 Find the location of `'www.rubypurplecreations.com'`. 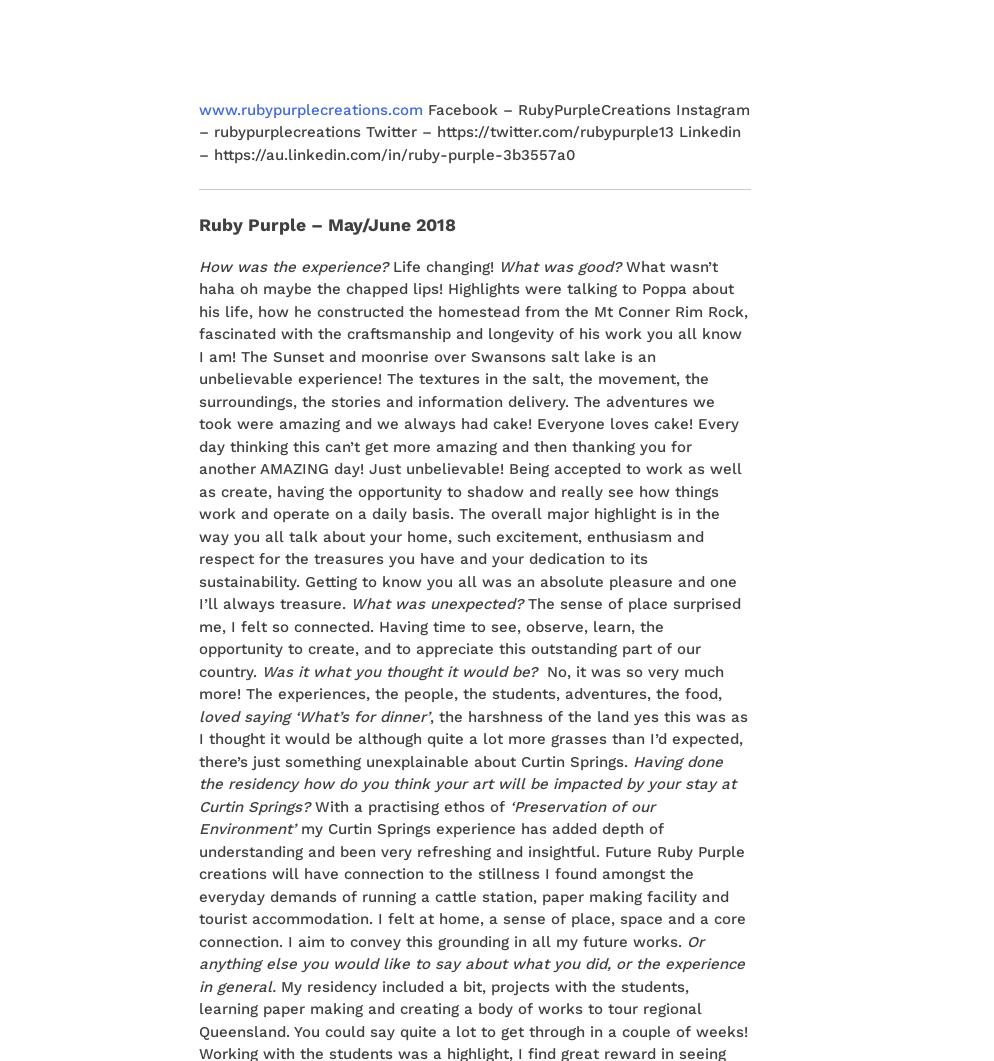

'www.rubypurplecreations.com' is located at coordinates (311, 108).